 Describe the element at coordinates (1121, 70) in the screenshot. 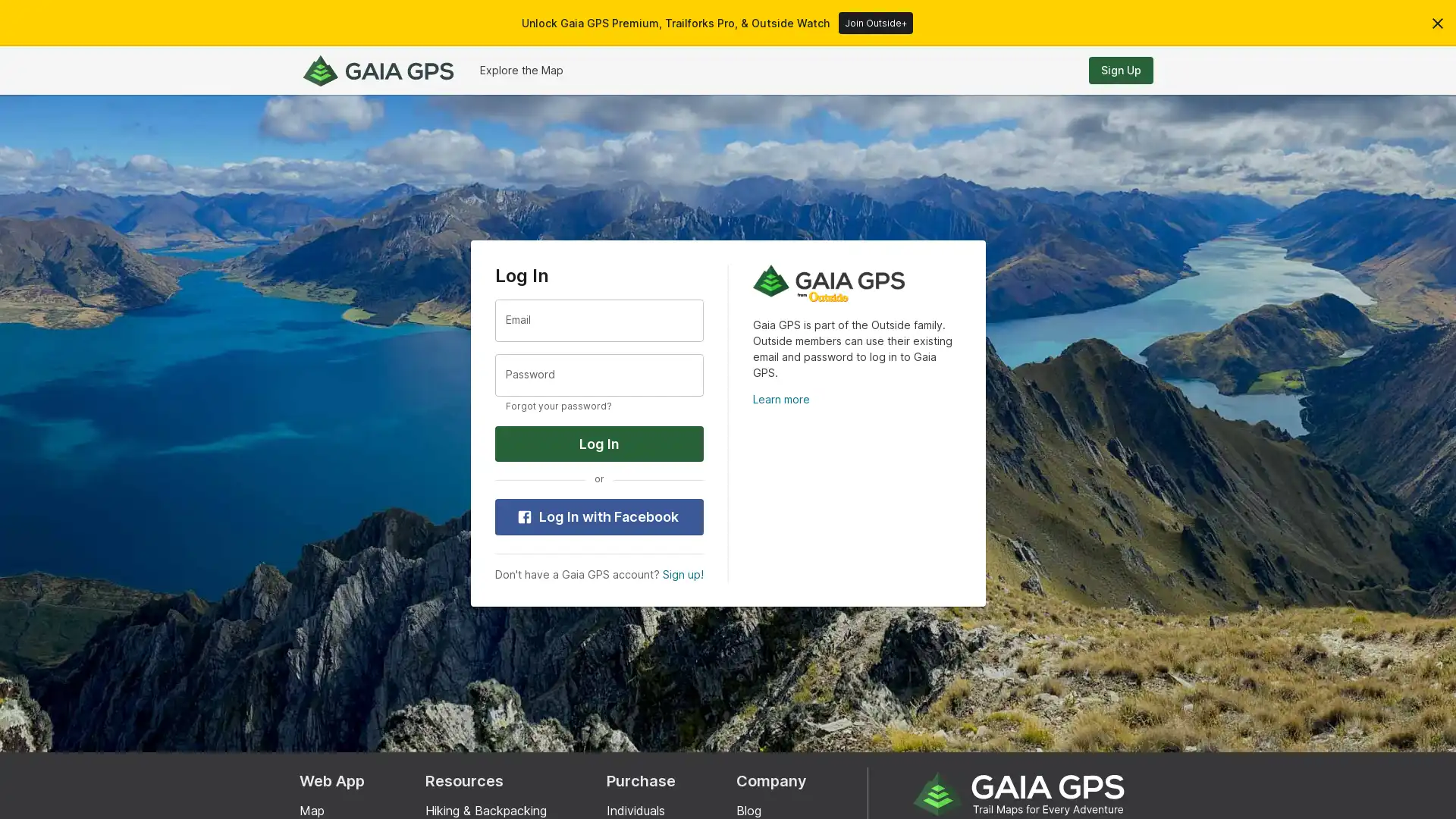

I see `Sign Up` at that location.